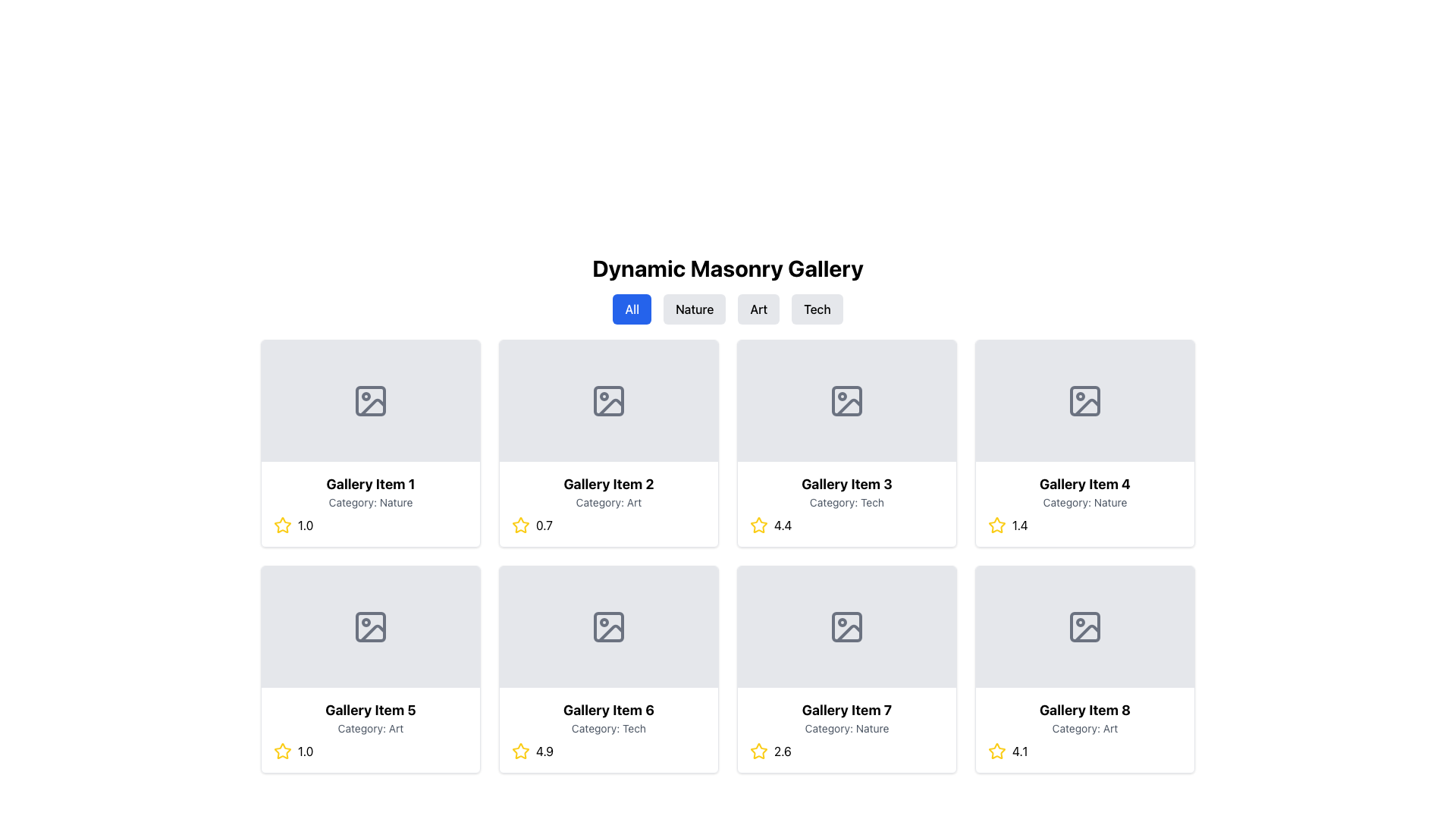 The width and height of the screenshot is (1456, 819). What do you see at coordinates (848, 632) in the screenshot?
I see `the decorative graphical detail located in the lower right portion of the image icon on the card labeled 'Gallery Item 7'` at bounding box center [848, 632].